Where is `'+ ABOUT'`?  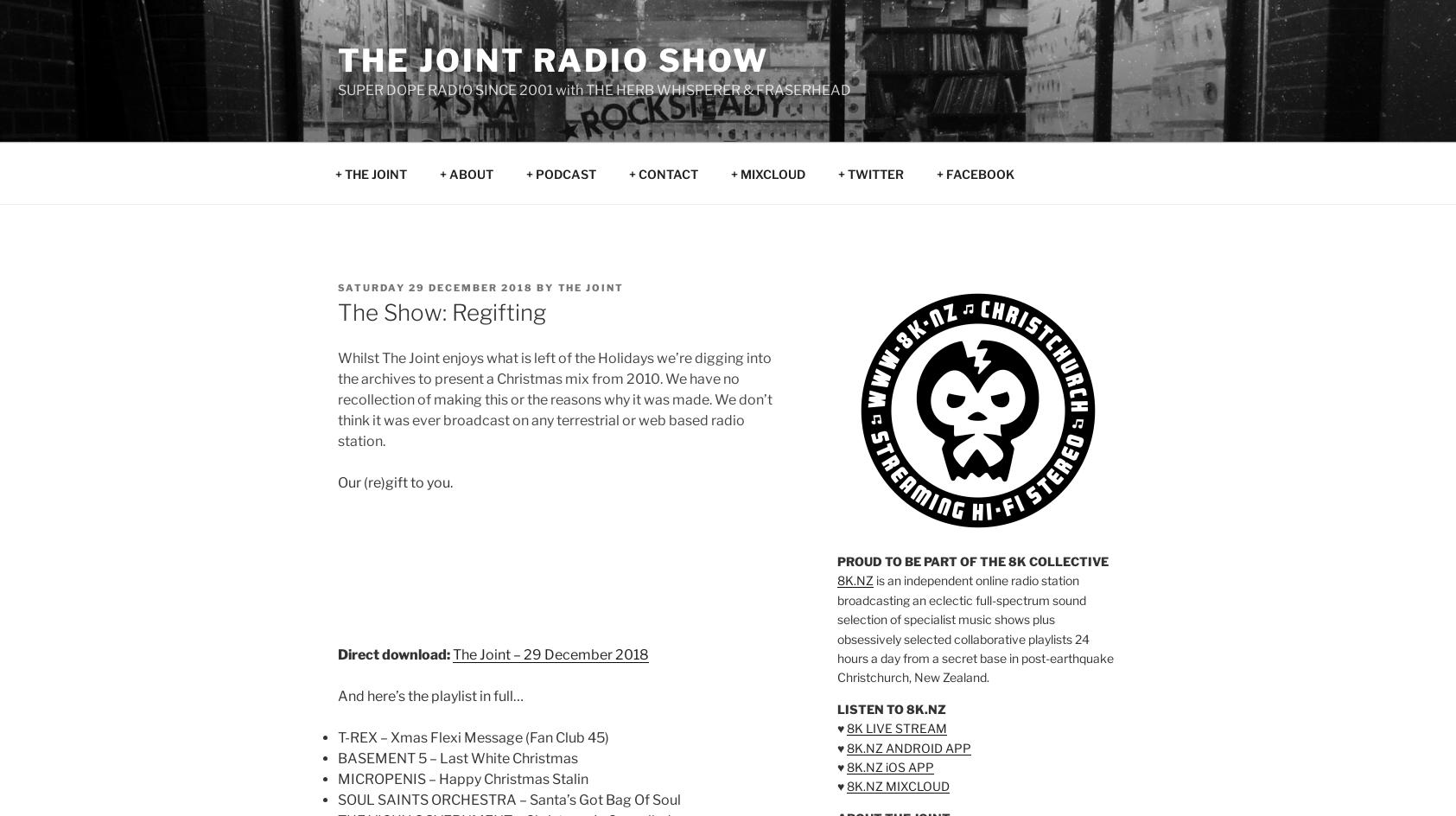
'+ ABOUT' is located at coordinates (467, 172).